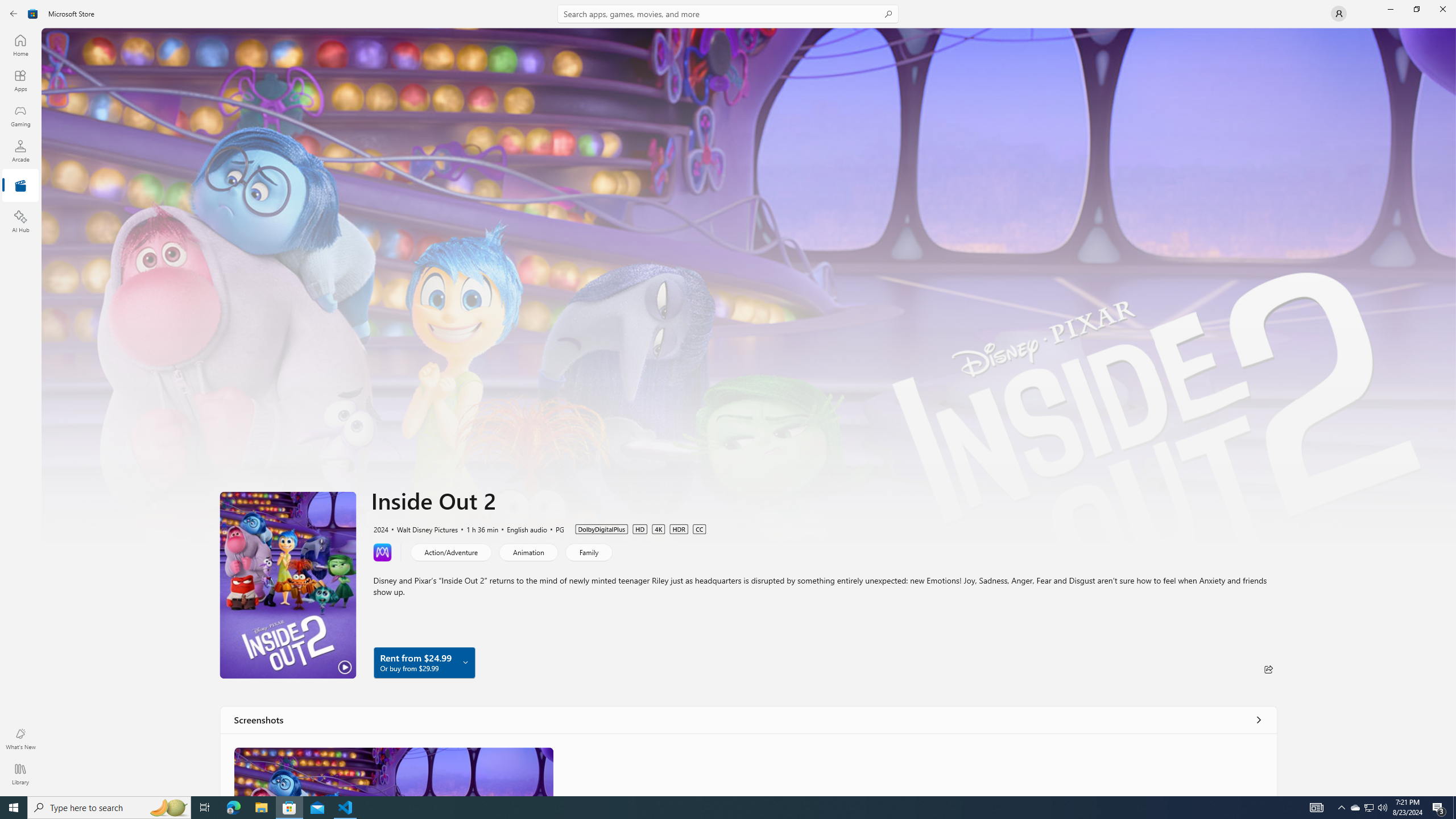 The width and height of the screenshot is (1456, 819). I want to click on 'Family', so click(588, 551).